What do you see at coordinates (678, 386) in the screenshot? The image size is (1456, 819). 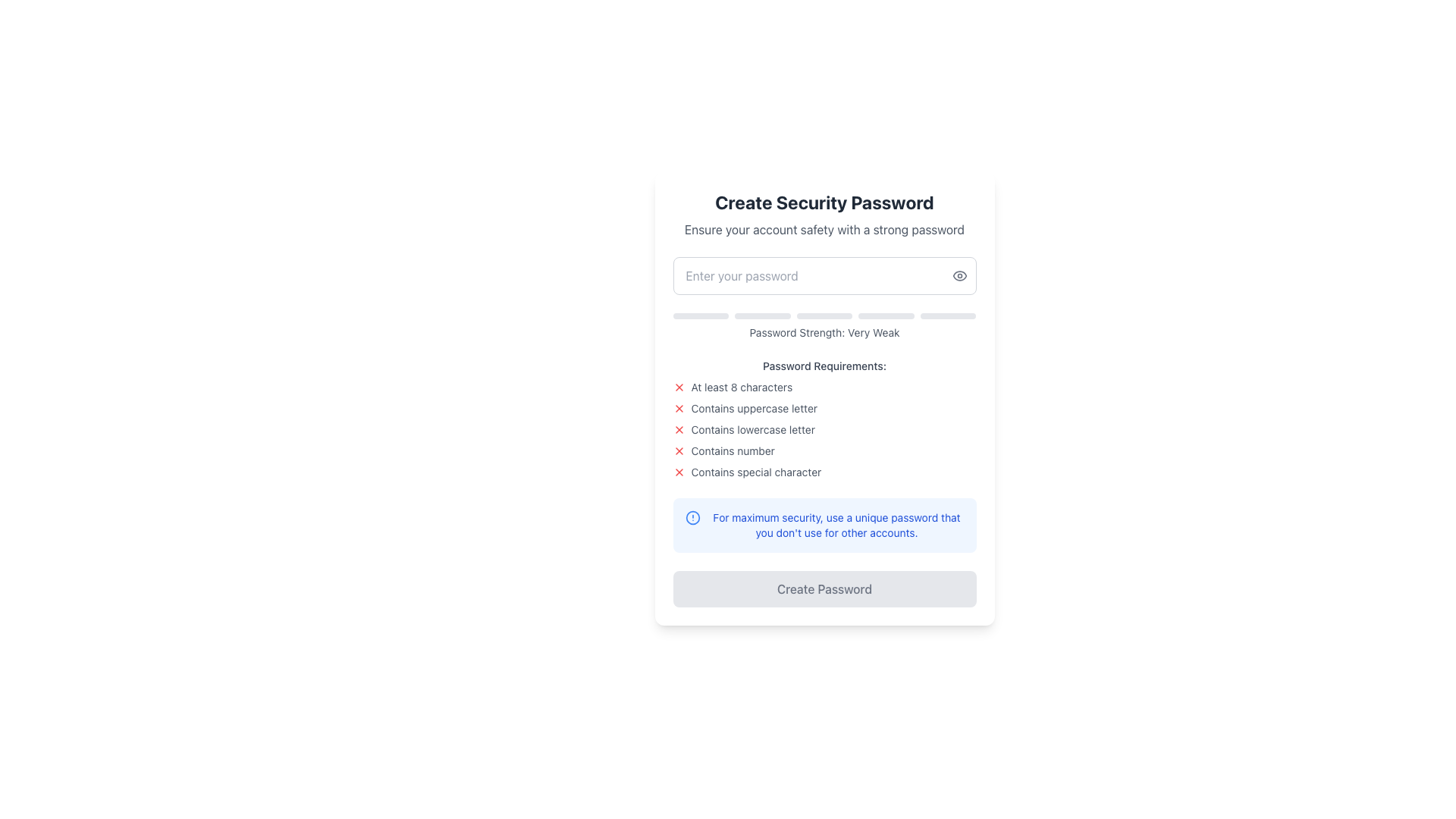 I see `the status of the password requirement indicator icon that shows the unmet condition for 'At least 8 characters'` at bounding box center [678, 386].